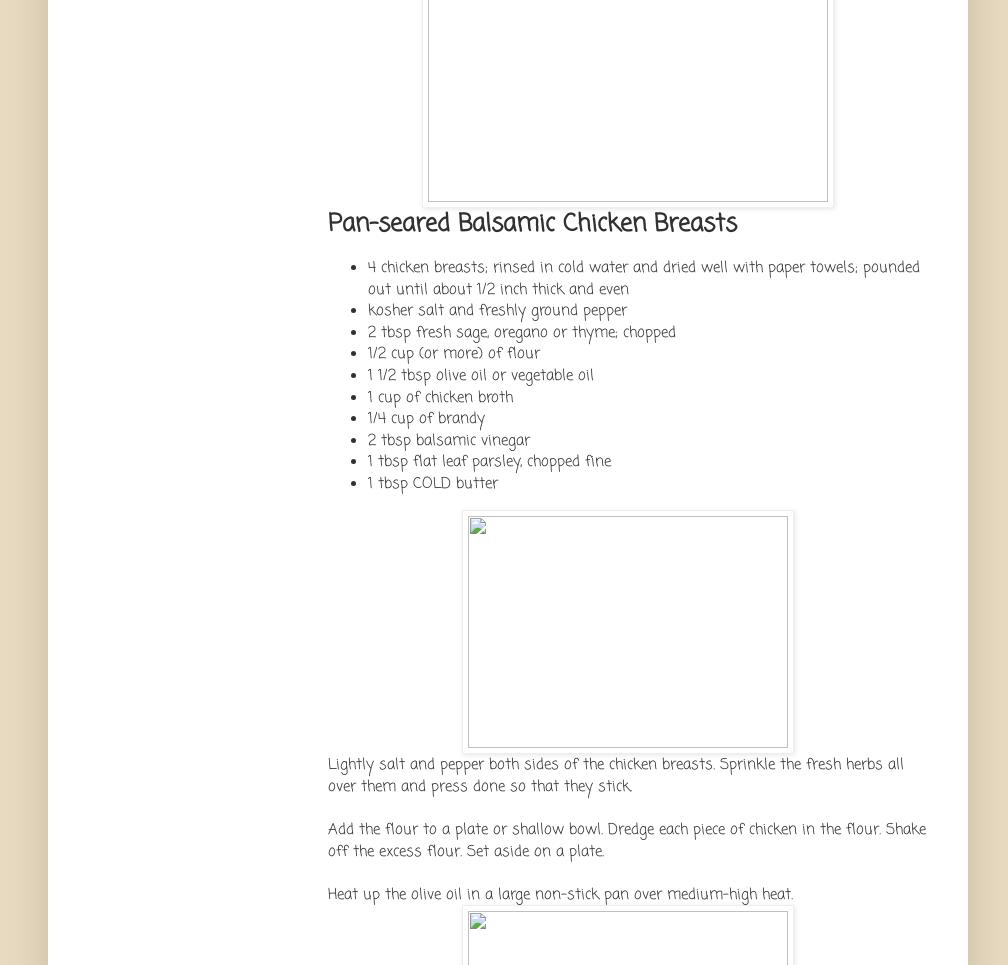 The image size is (1008, 965). What do you see at coordinates (615, 773) in the screenshot?
I see `'Lightly salt and pepper both sides of the chicken breasts. Sprinkle the fresh herbs all over them and press done so that they stick.'` at bounding box center [615, 773].